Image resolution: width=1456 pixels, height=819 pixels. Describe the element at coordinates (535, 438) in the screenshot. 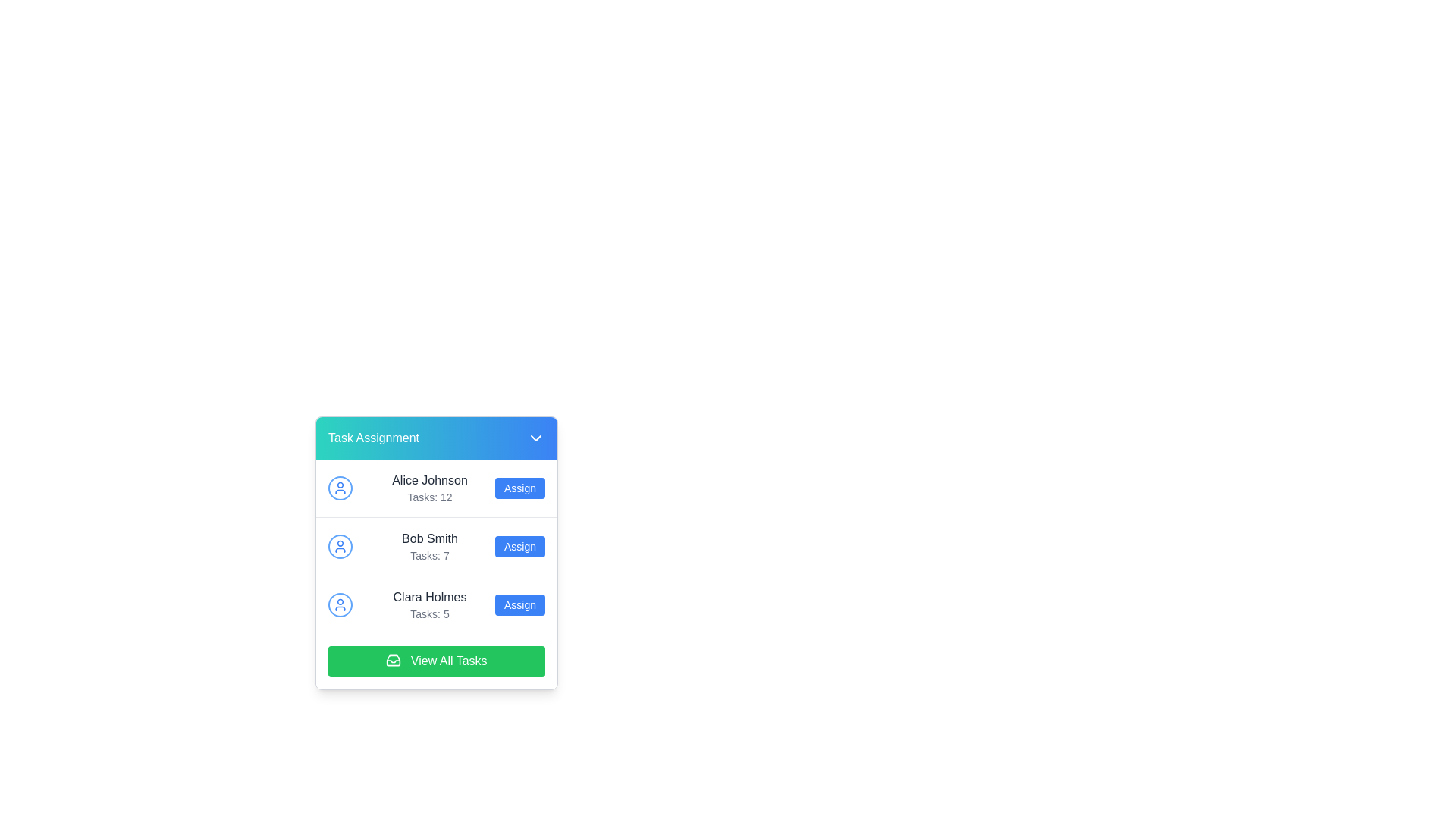

I see `downward caret icon in the 'Task Assignment' section for debugging purposes, which is located to the right of the 'Task Assignment' text in the header` at that location.